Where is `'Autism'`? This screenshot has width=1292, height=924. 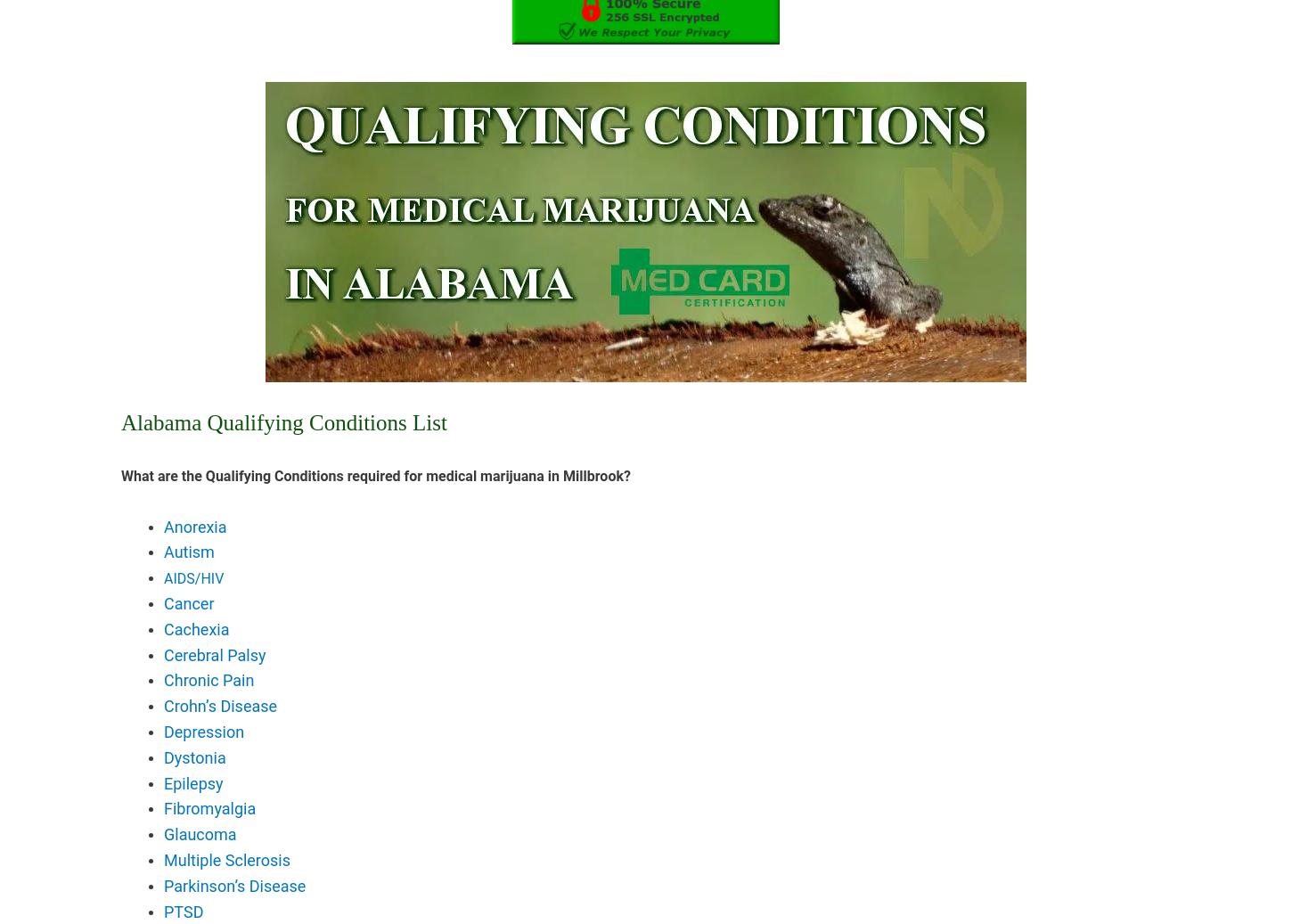 'Autism' is located at coordinates (187, 552).